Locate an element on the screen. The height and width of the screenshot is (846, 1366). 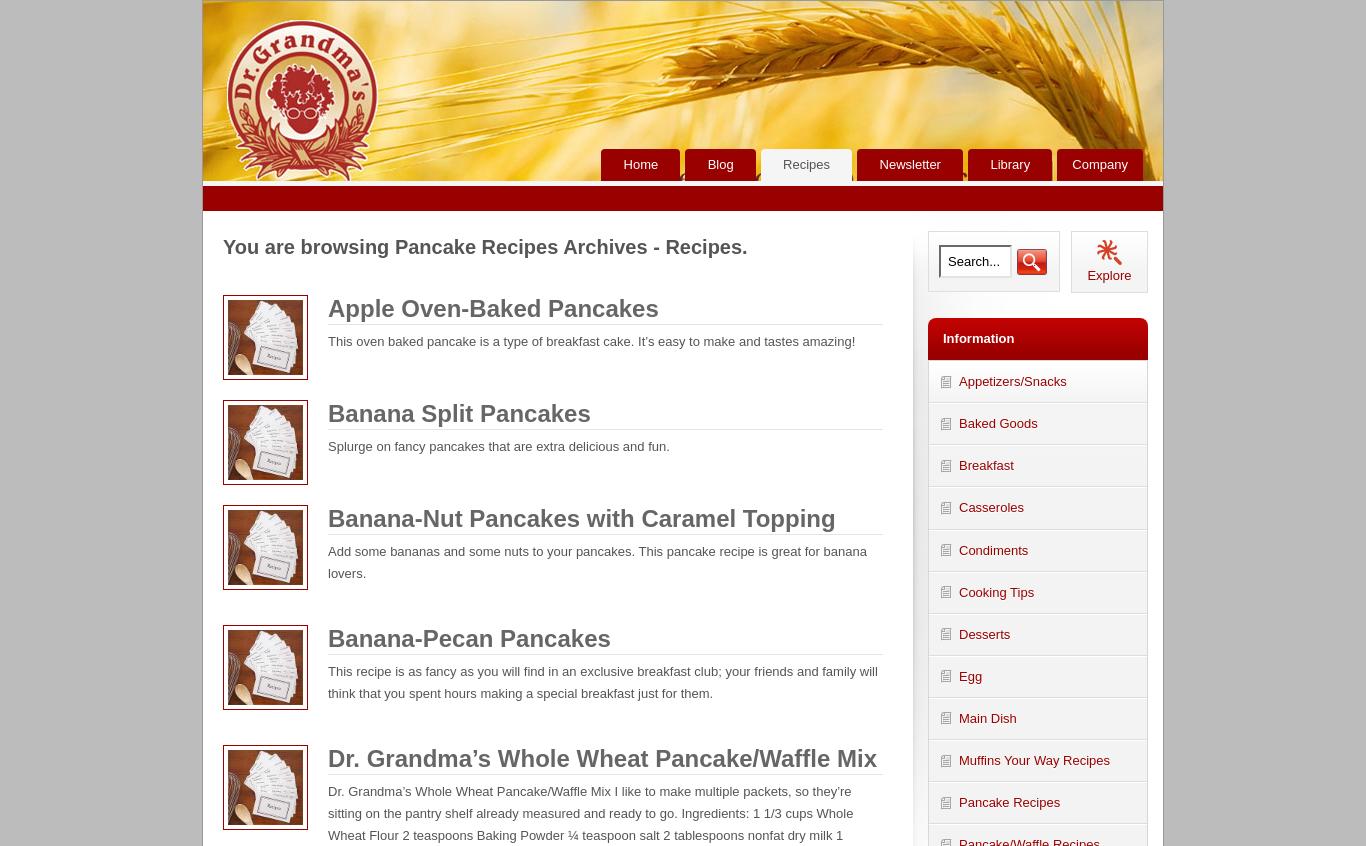
'Baked Goods' is located at coordinates (997, 423).